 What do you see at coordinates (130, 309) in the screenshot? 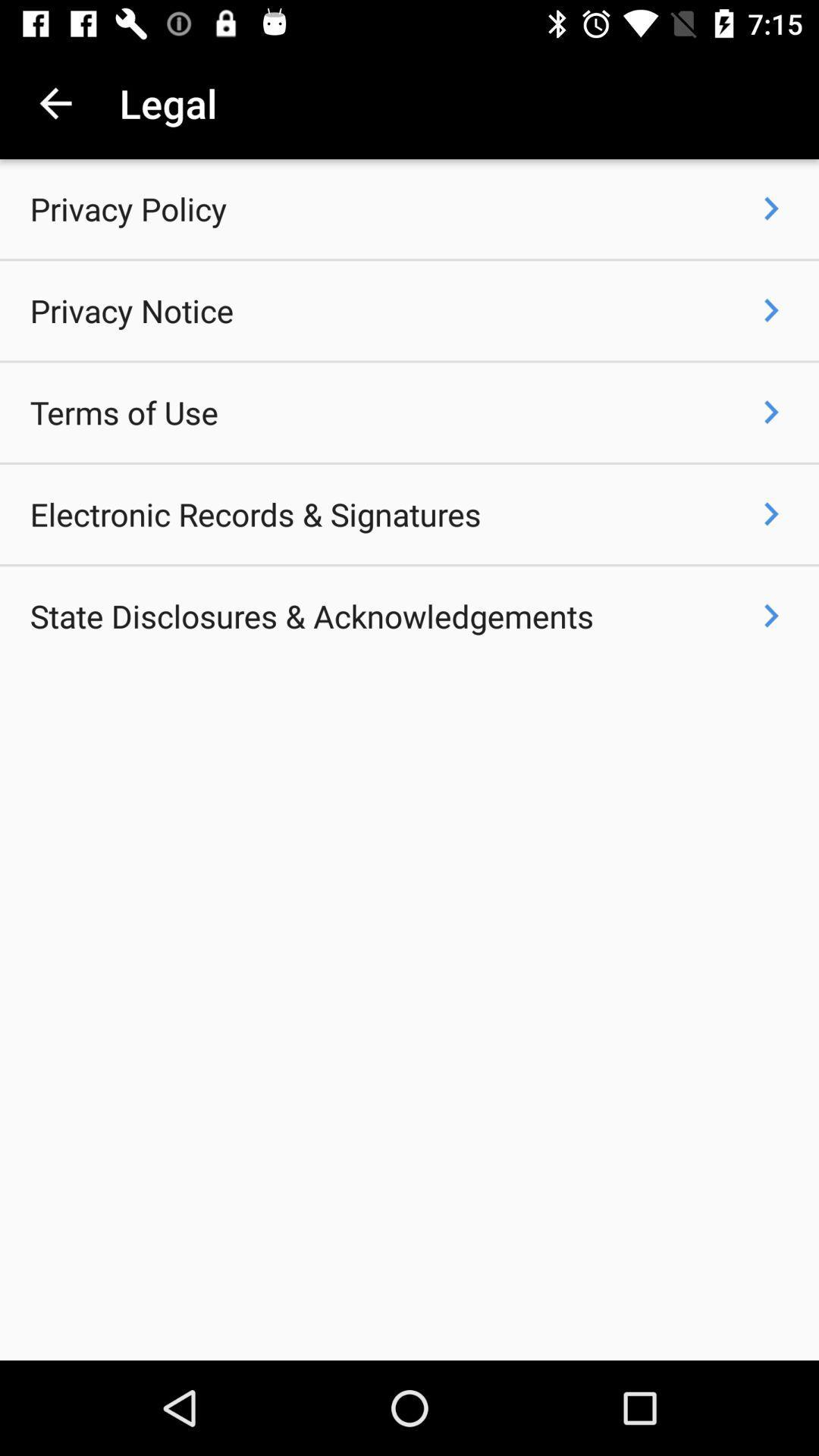
I see `the icon above the terms of use icon` at bounding box center [130, 309].